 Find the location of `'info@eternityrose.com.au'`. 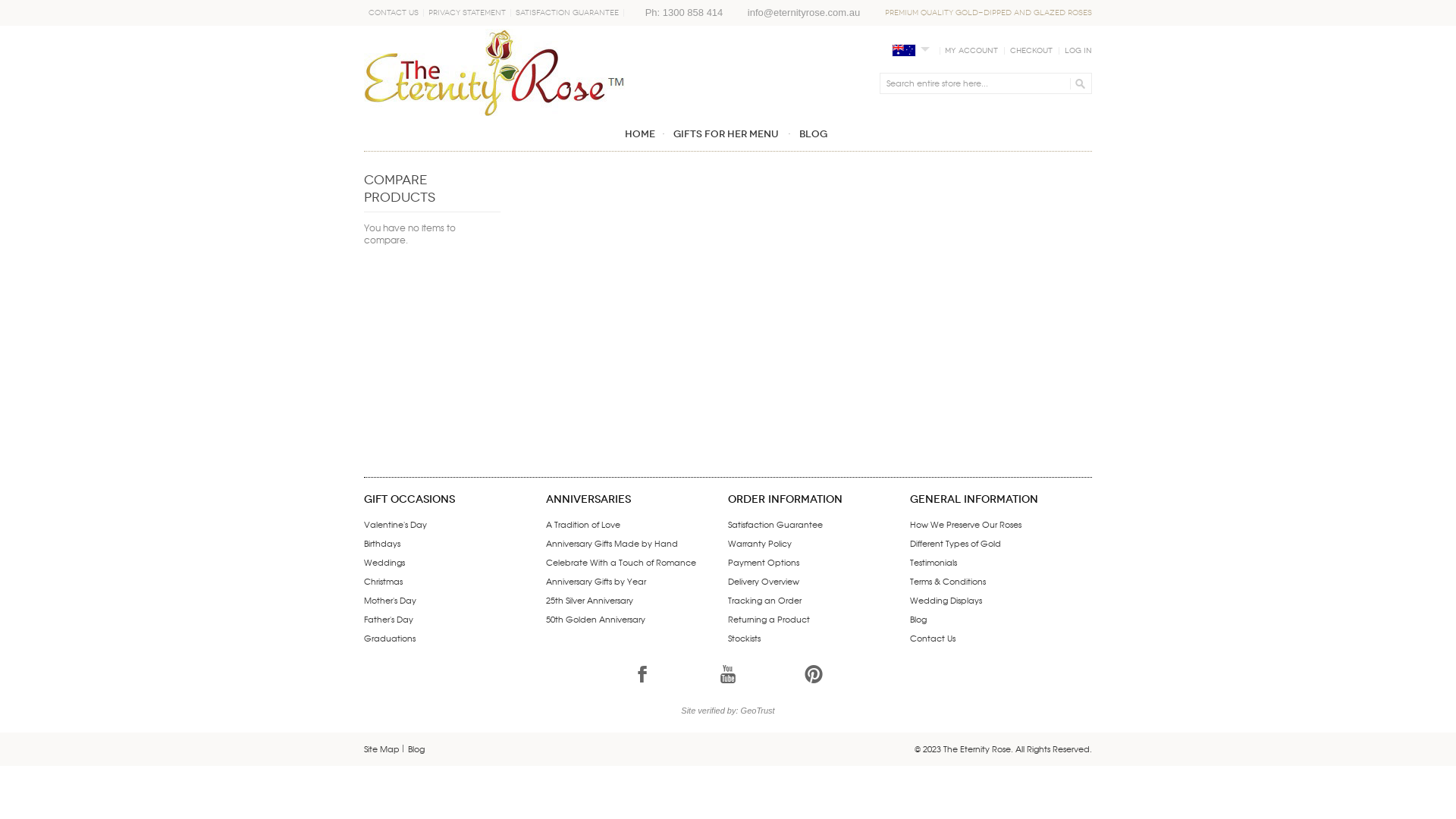

'info@eternityrose.com.au' is located at coordinates (803, 12).